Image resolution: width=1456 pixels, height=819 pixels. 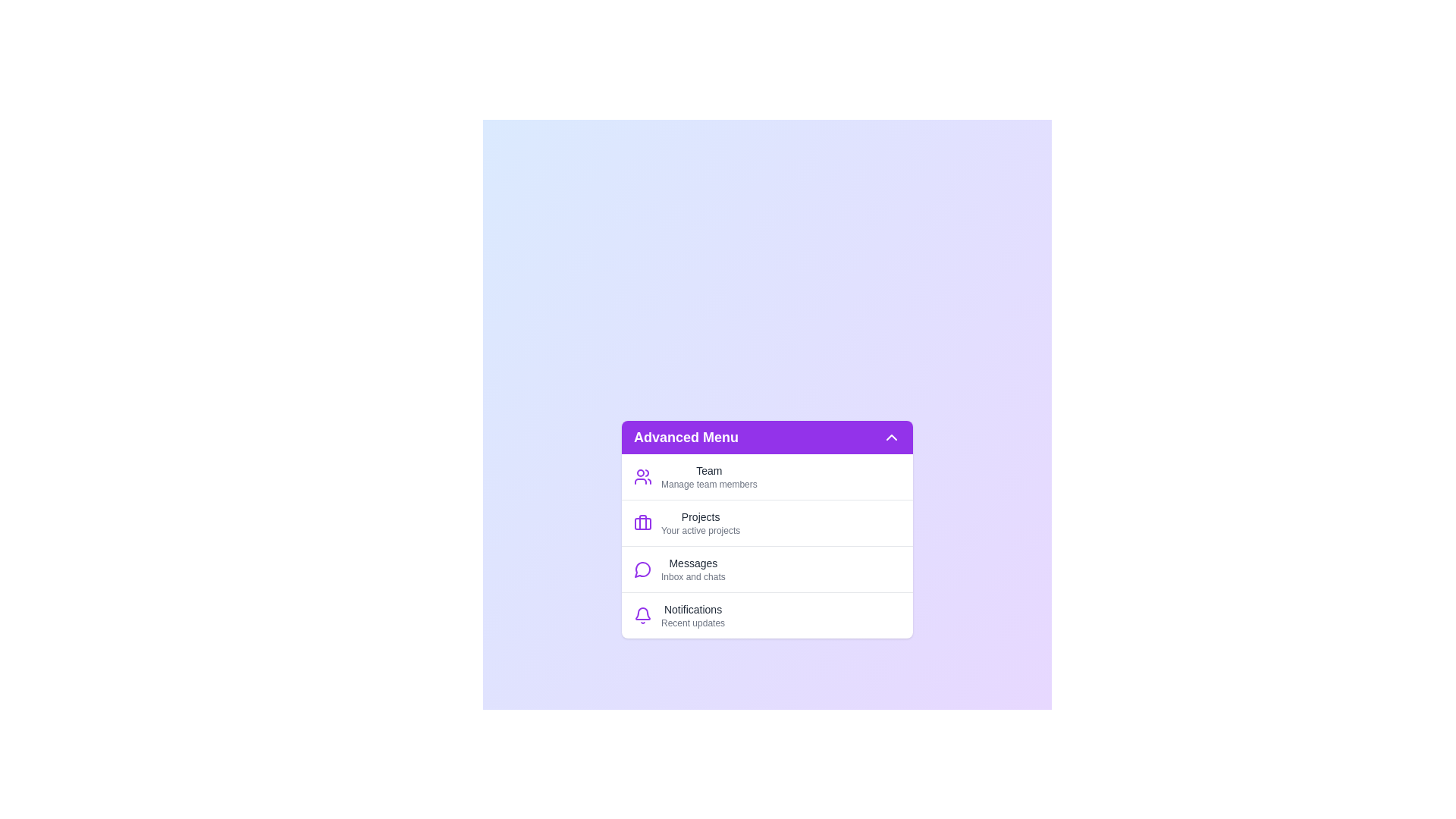 I want to click on the menu item labeled Notifications, so click(x=767, y=614).